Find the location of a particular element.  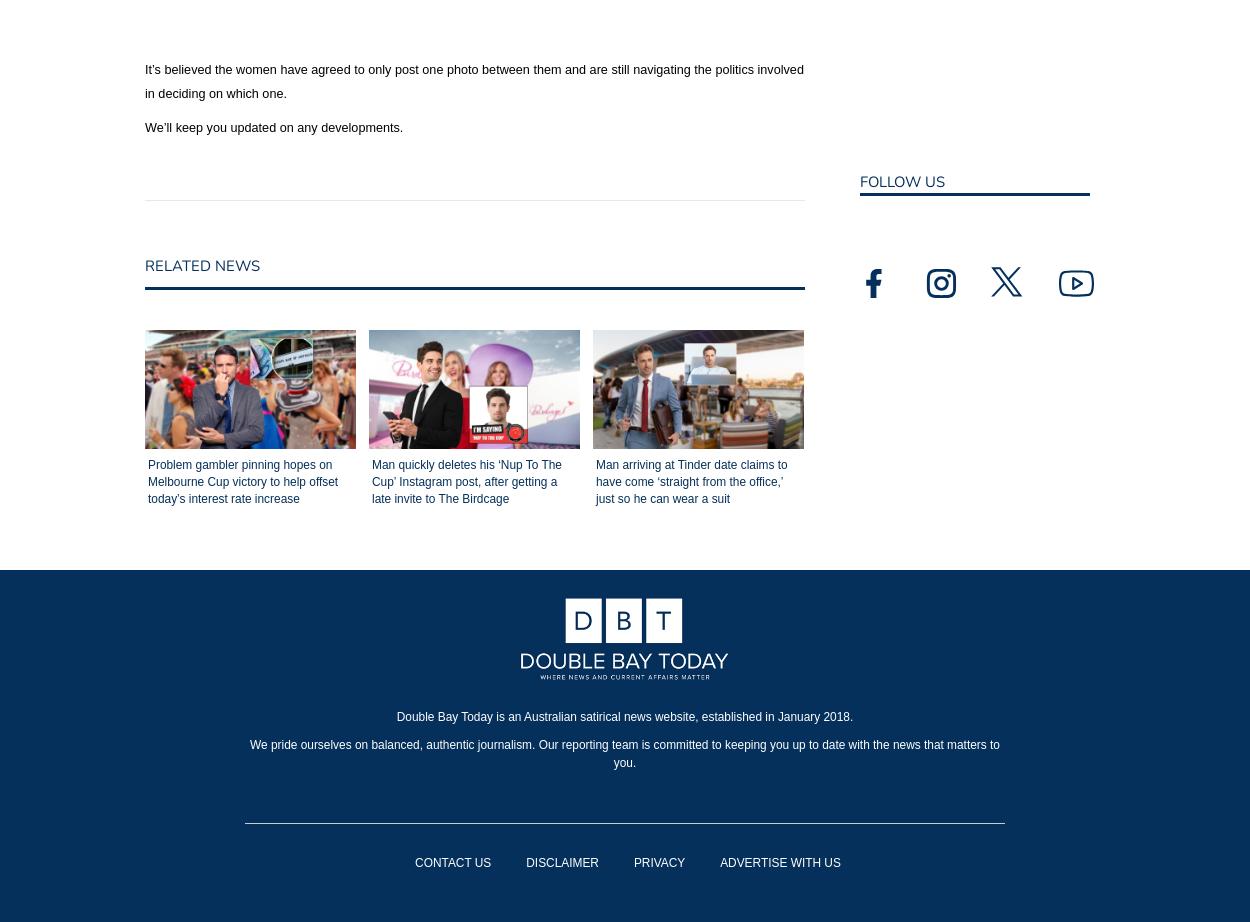

'PRIVACY' is located at coordinates (659, 860).